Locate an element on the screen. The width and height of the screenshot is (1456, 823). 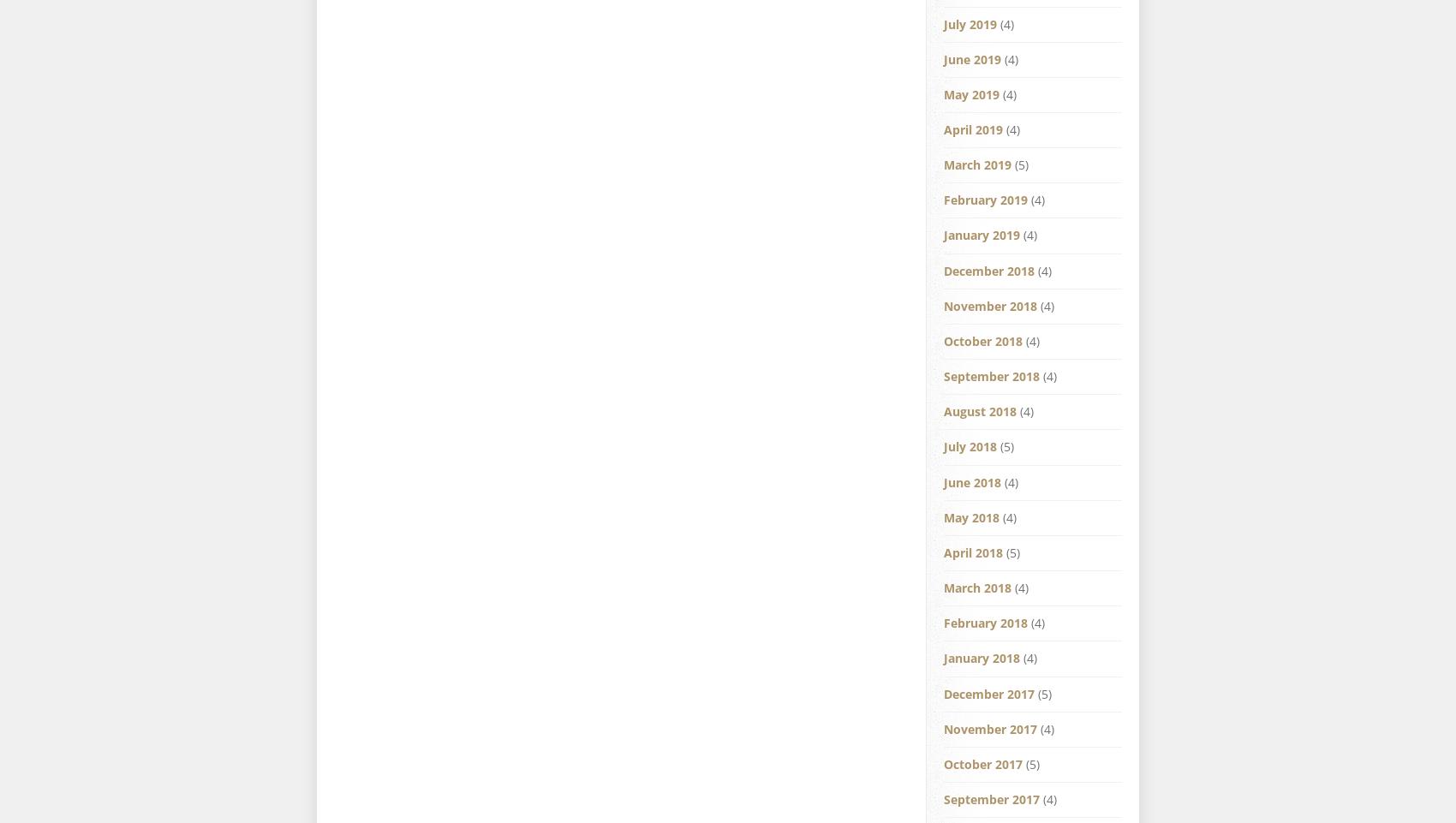
'May 2018' is located at coordinates (971, 516).